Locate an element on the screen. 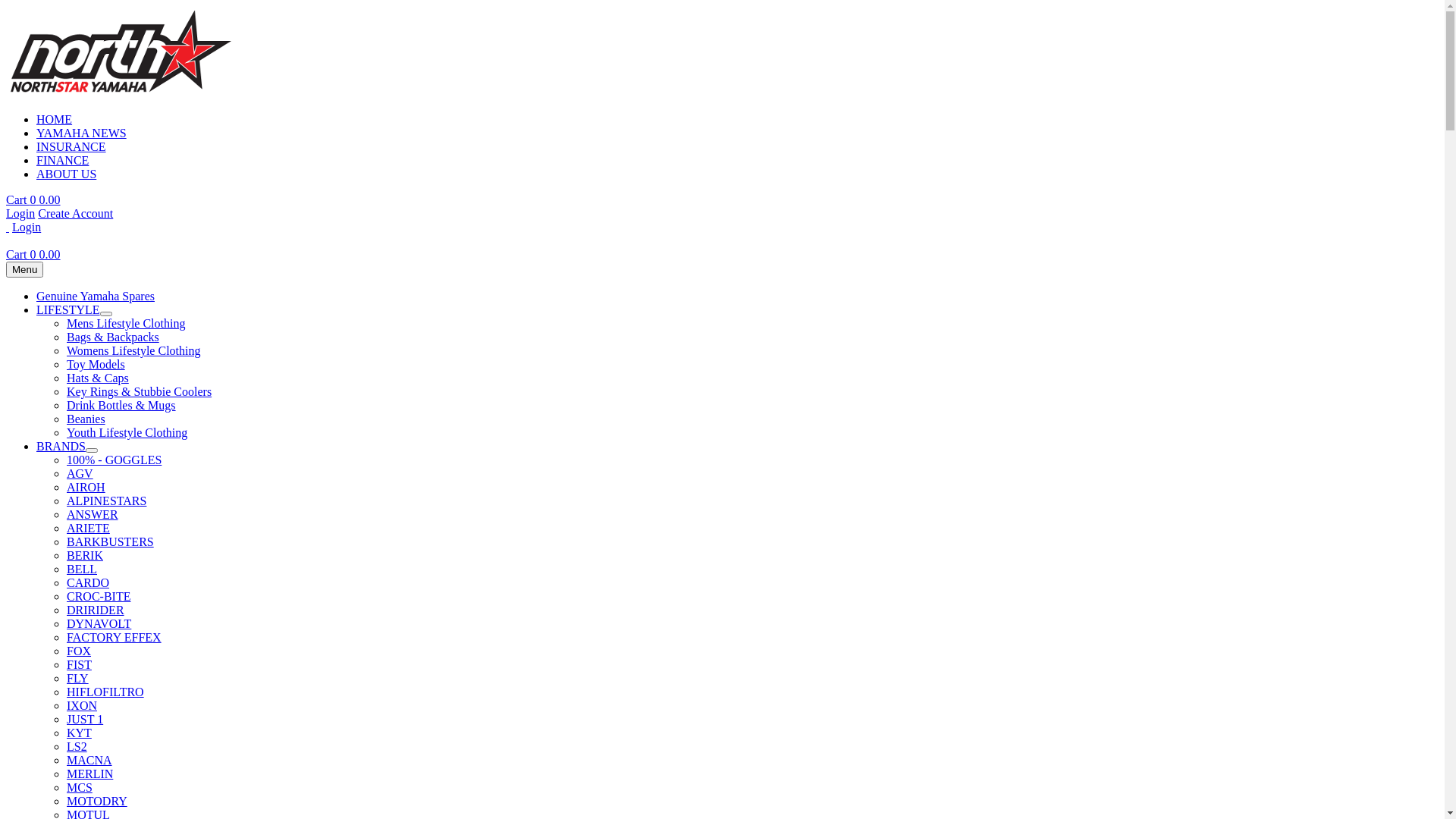 The width and height of the screenshot is (1456, 819). 'AGV' is located at coordinates (79, 472).